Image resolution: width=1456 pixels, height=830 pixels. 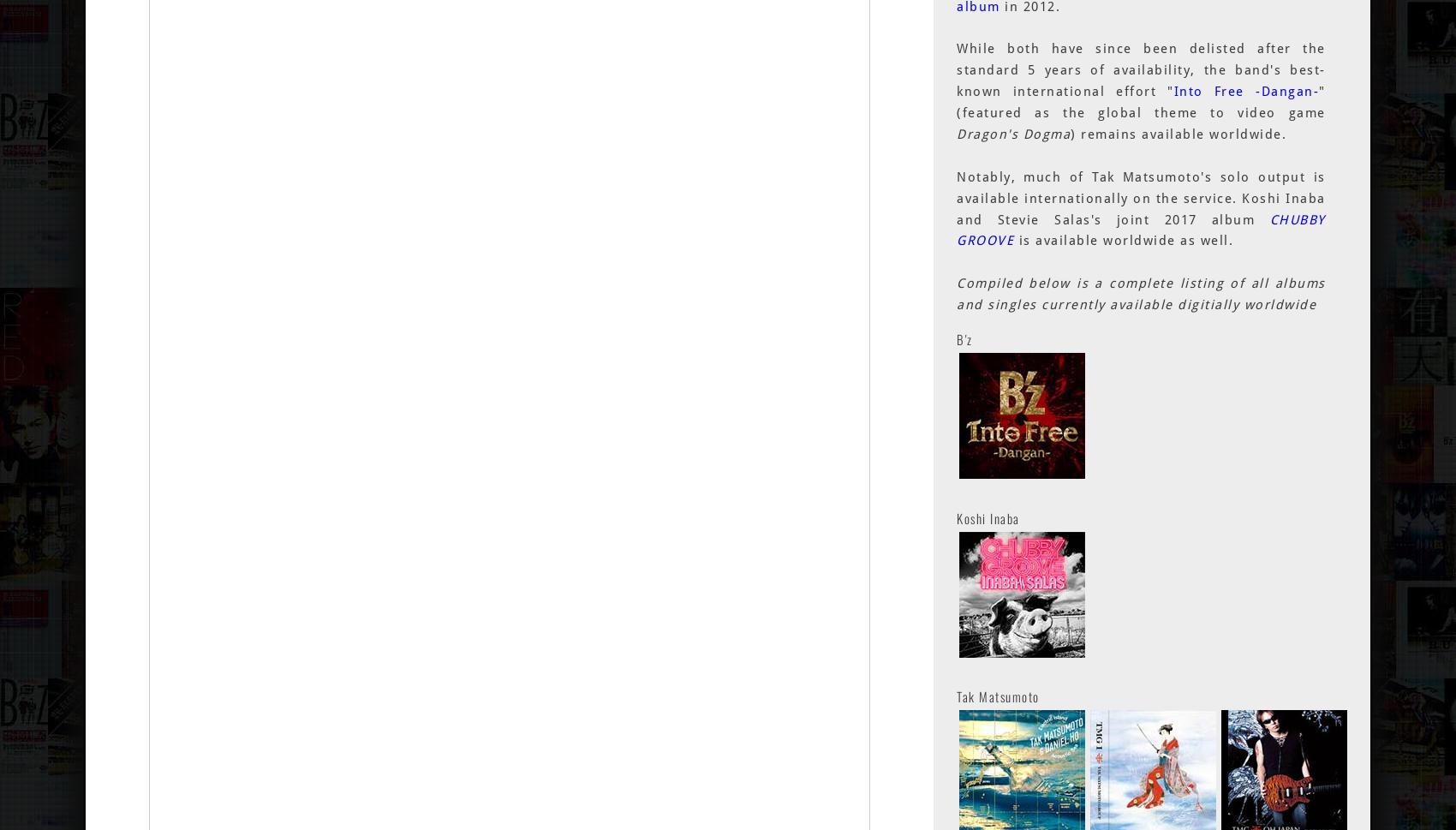 I want to click on 'Compiled below is a complete listing of all albums and singles currently available digitially worldwide', so click(x=1140, y=293).